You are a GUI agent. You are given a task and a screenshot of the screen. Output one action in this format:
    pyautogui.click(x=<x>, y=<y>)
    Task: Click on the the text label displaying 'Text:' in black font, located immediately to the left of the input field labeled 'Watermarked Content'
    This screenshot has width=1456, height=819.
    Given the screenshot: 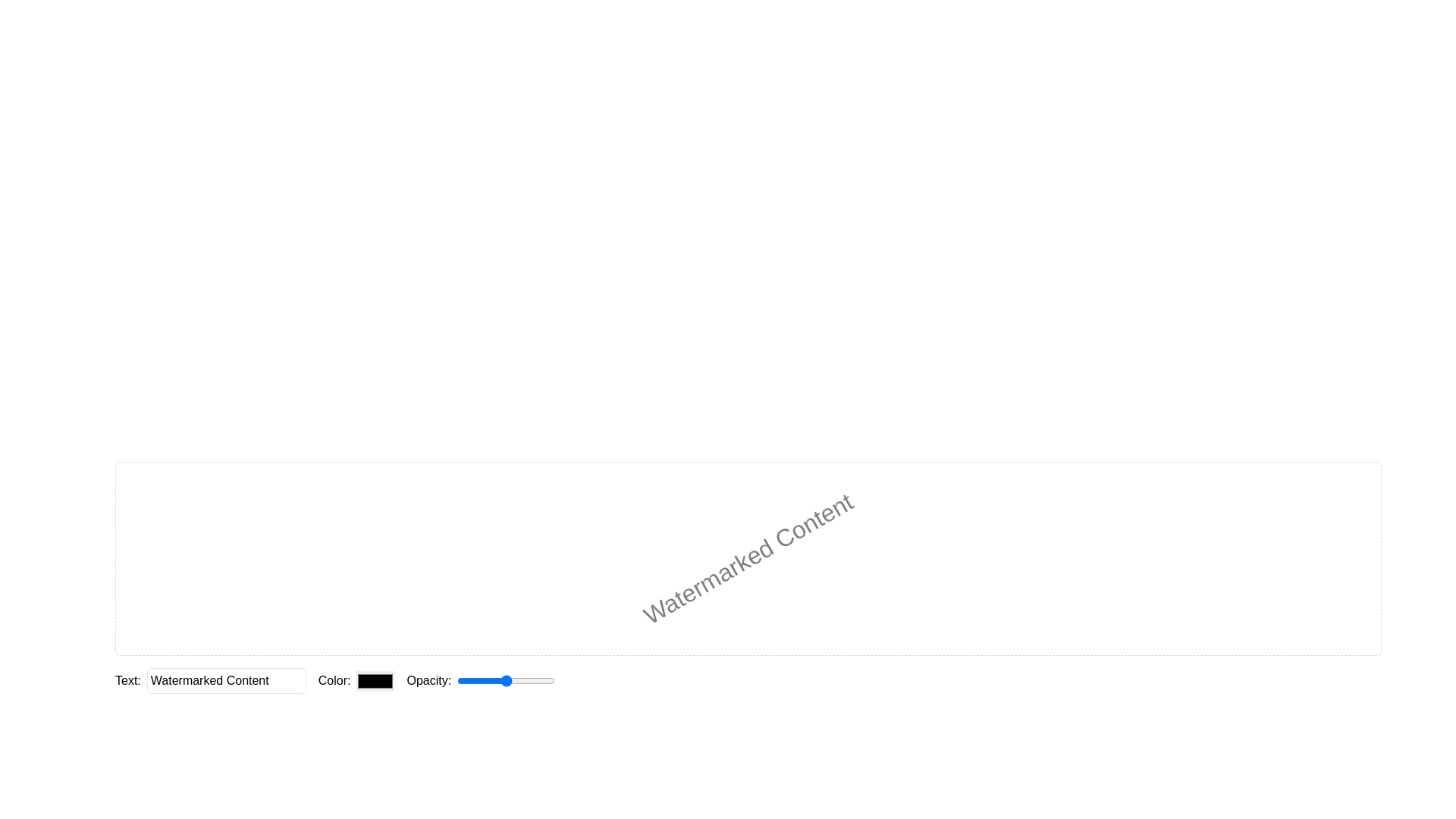 What is the action you would take?
    pyautogui.click(x=127, y=680)
    